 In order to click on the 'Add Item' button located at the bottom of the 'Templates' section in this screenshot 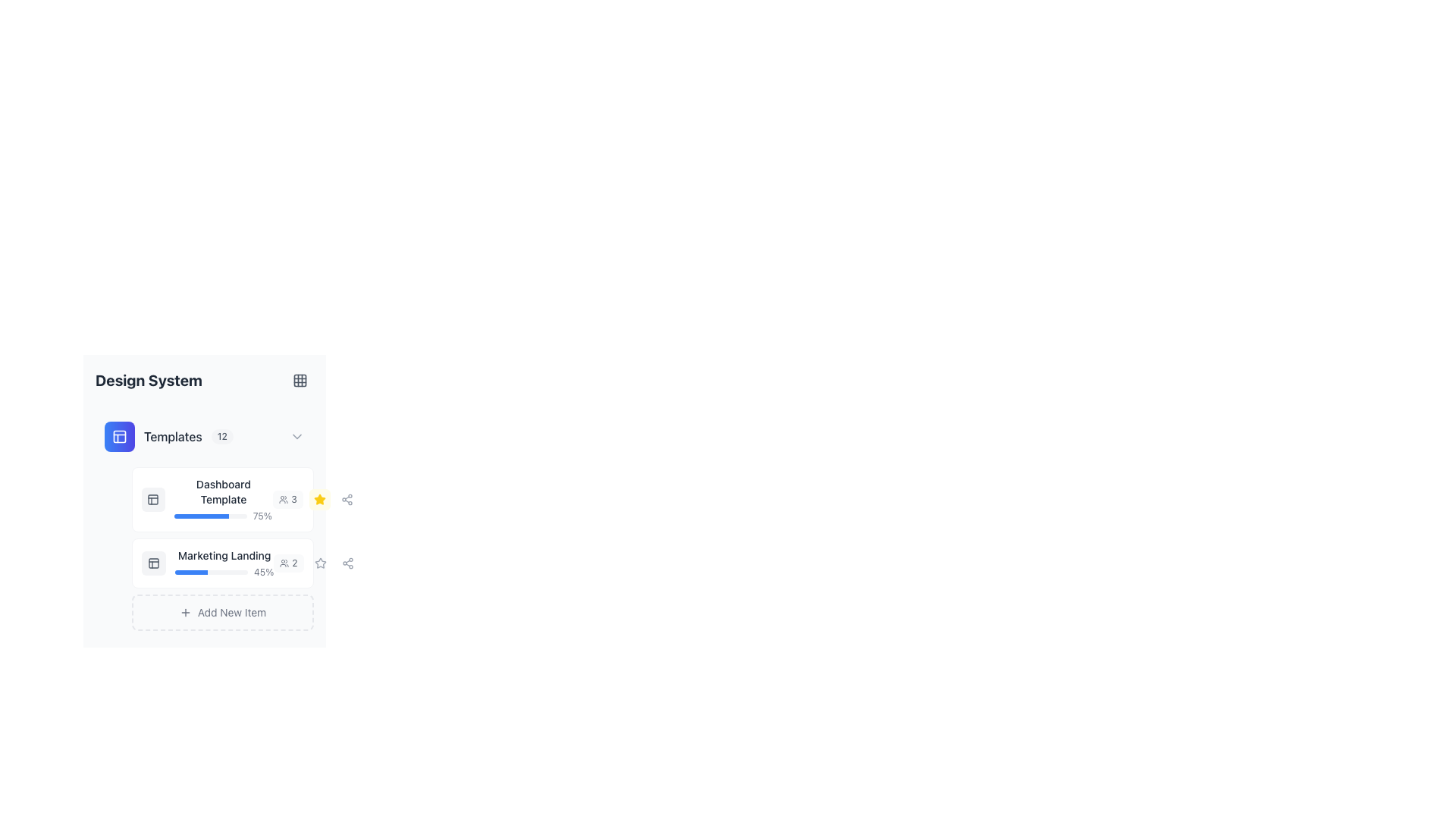, I will do `click(221, 611)`.